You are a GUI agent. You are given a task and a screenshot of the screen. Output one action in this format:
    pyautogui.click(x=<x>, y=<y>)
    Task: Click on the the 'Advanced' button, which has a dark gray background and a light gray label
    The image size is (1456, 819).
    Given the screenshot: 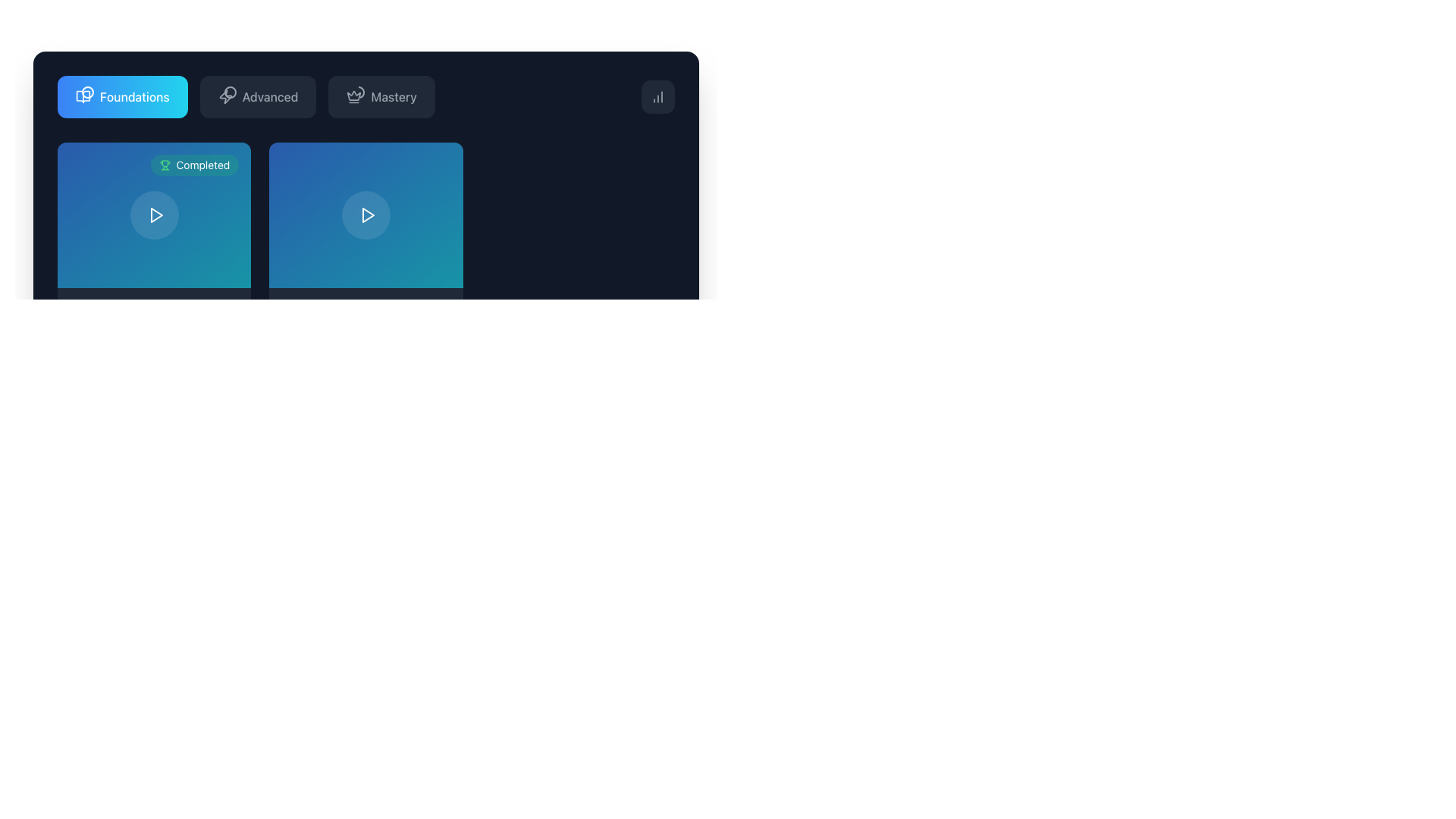 What is the action you would take?
    pyautogui.click(x=258, y=96)
    